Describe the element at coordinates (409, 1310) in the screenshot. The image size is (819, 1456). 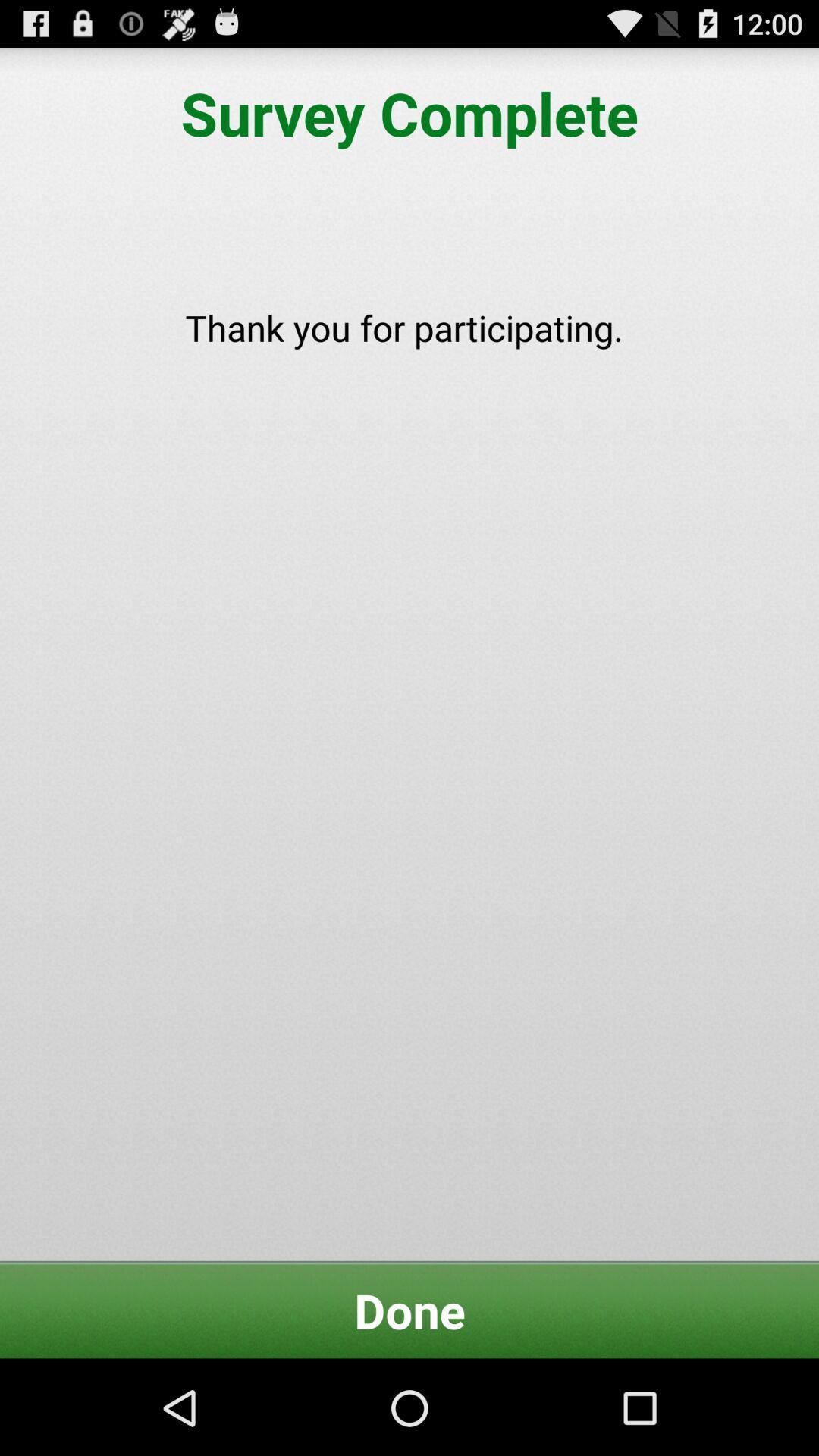
I see `the item below the thank you for item` at that location.